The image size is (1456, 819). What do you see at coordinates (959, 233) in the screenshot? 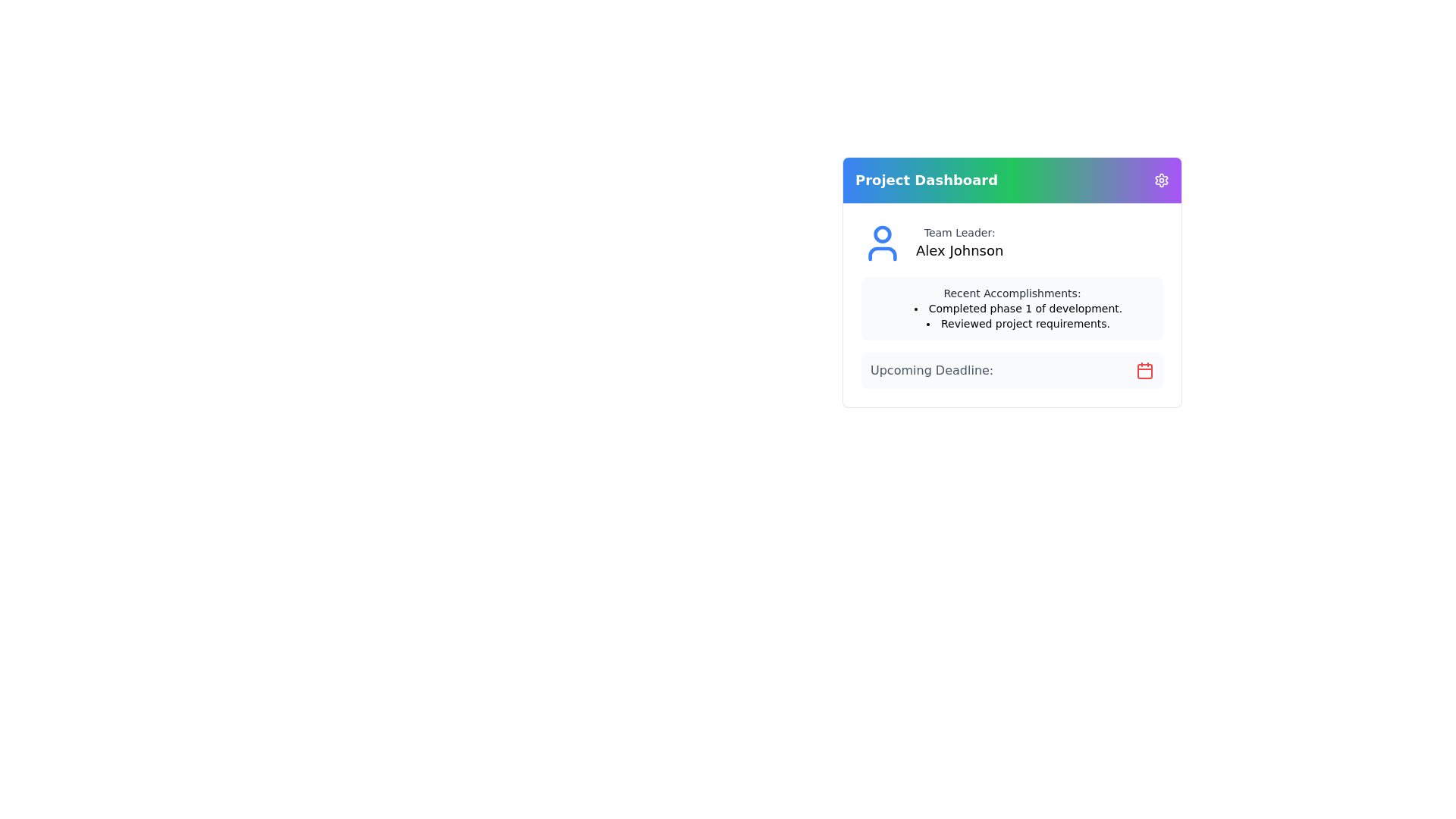
I see `the label displaying 'Team Leader:' which is styled in gray and located above the name 'Alex Johnson' in the project dashboard card` at bounding box center [959, 233].